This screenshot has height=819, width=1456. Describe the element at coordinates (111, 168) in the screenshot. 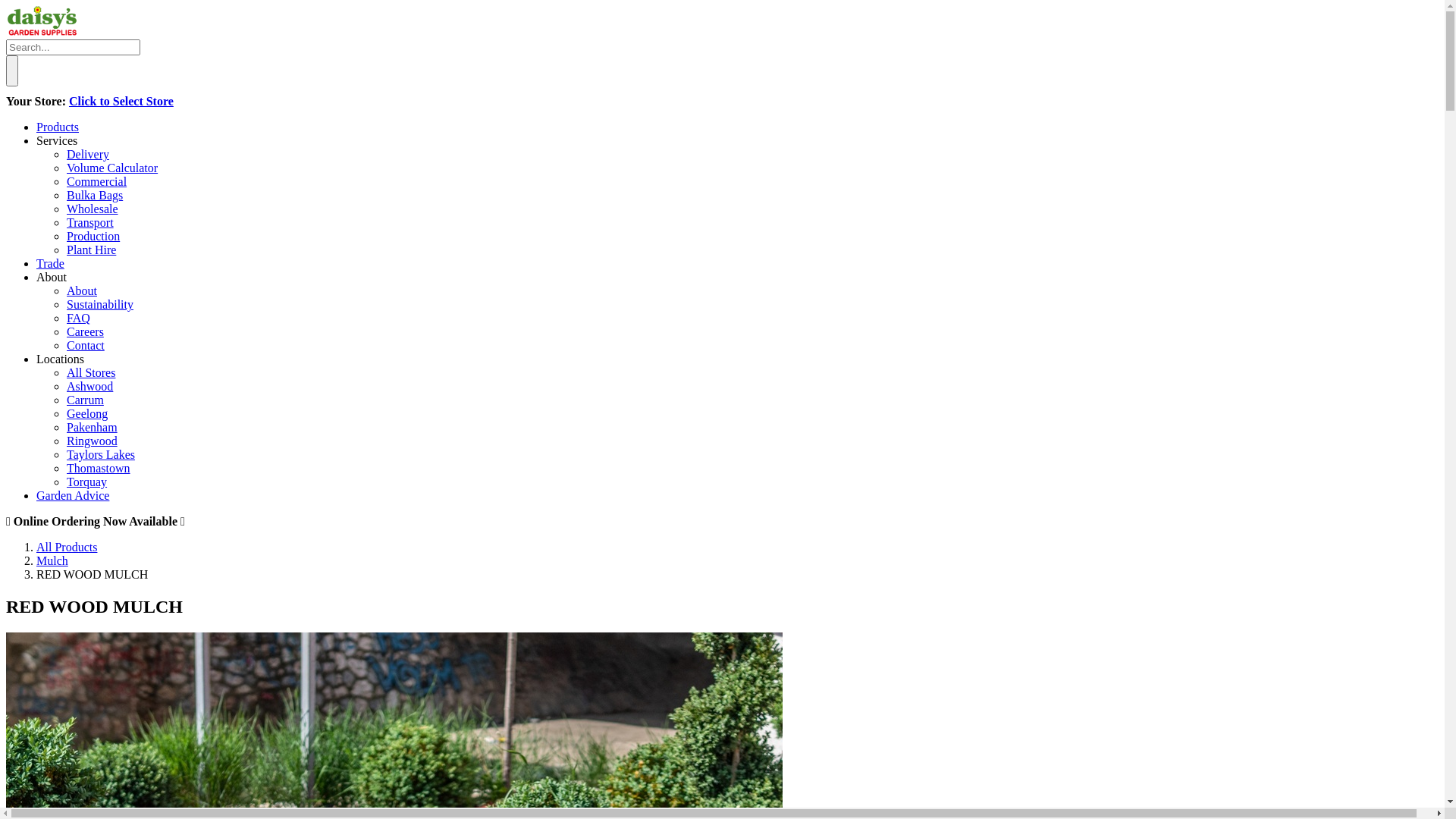

I see `'Volume Calculator'` at that location.